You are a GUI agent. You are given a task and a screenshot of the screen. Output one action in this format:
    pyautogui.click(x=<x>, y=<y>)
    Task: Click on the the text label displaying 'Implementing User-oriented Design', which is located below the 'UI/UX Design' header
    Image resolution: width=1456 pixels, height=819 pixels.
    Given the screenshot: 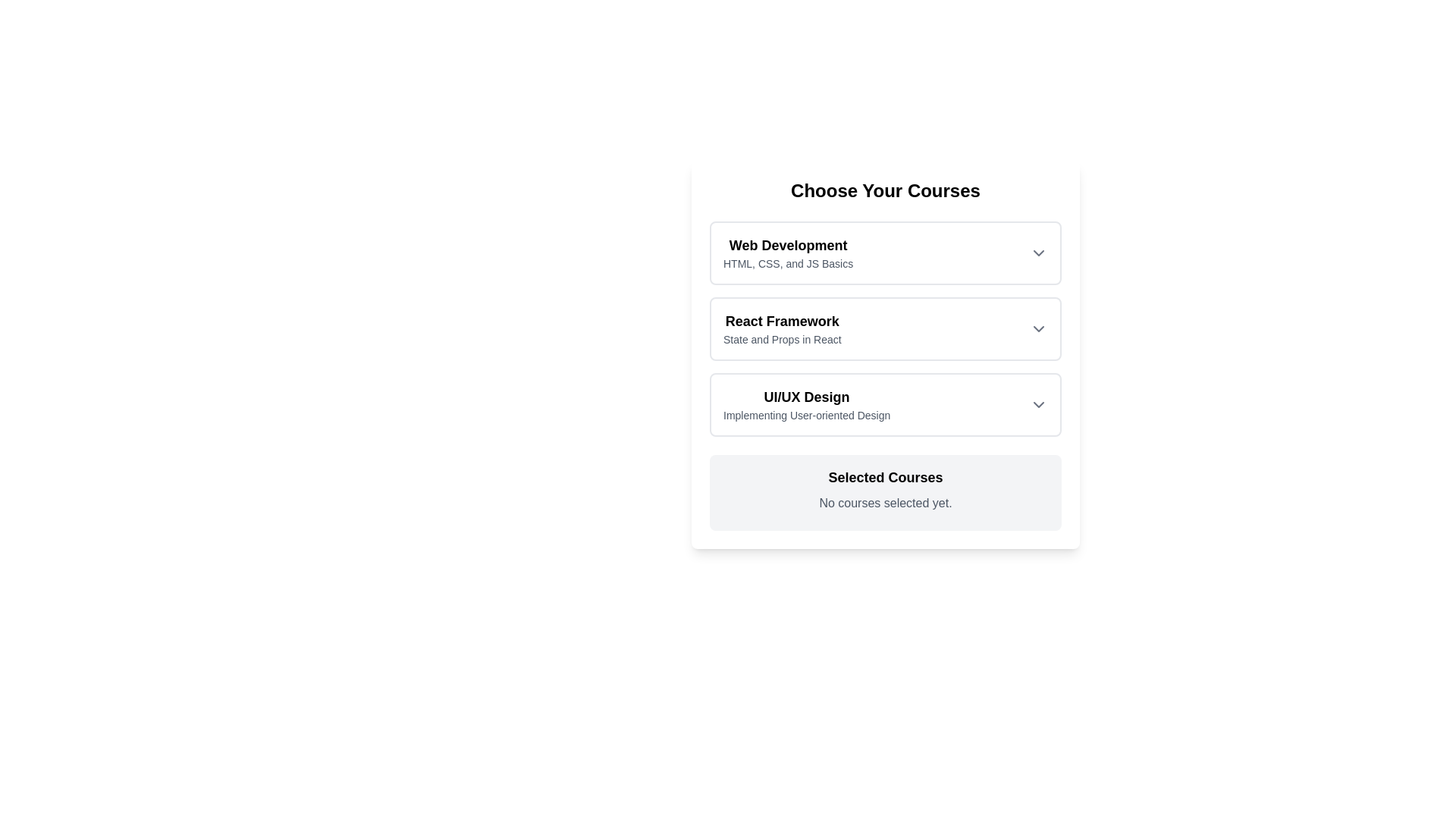 What is the action you would take?
    pyautogui.click(x=806, y=415)
    